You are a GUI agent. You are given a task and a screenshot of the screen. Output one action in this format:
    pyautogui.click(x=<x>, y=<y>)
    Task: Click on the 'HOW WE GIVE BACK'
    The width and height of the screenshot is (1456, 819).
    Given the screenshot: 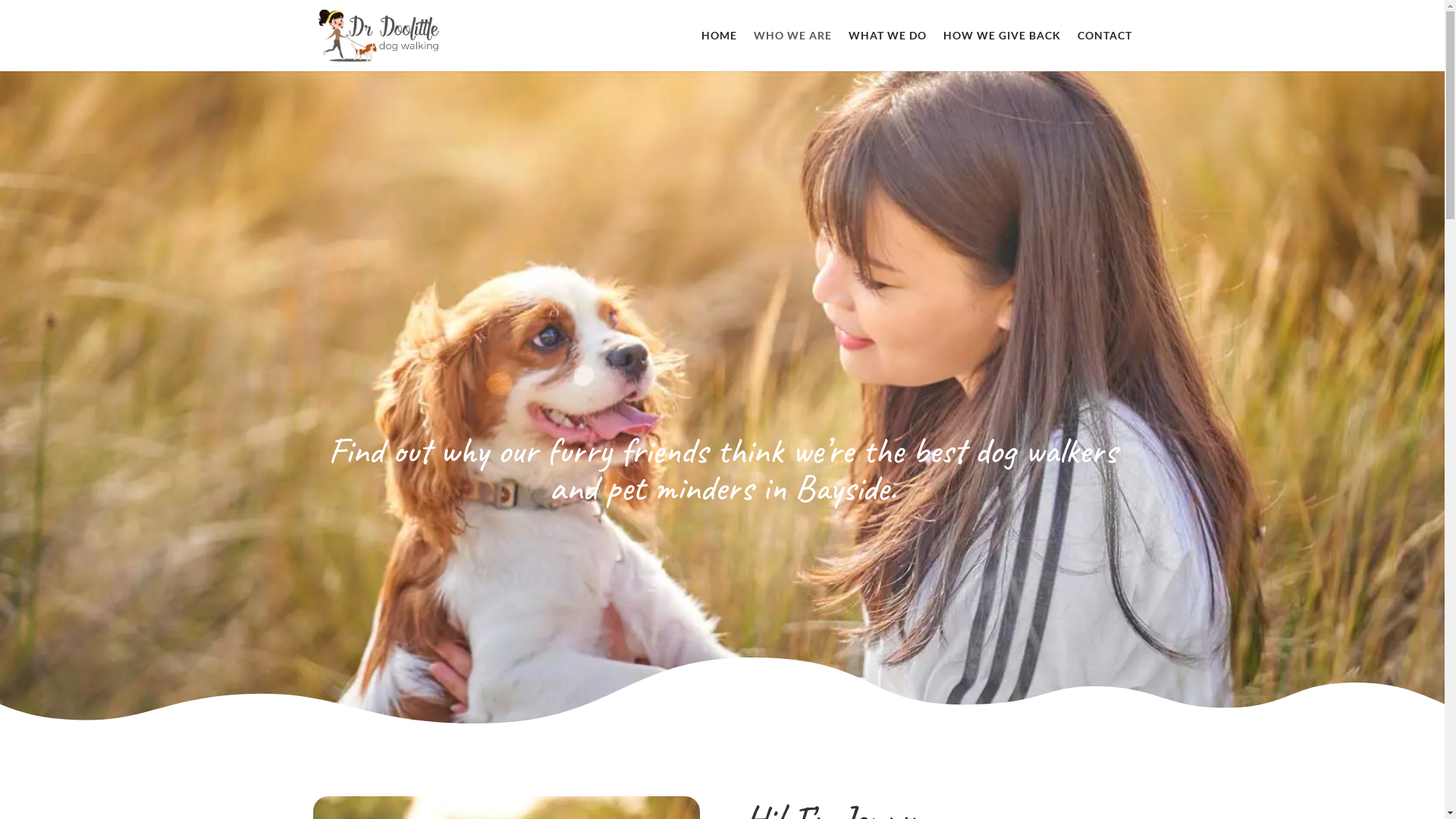 What is the action you would take?
    pyautogui.click(x=942, y=49)
    